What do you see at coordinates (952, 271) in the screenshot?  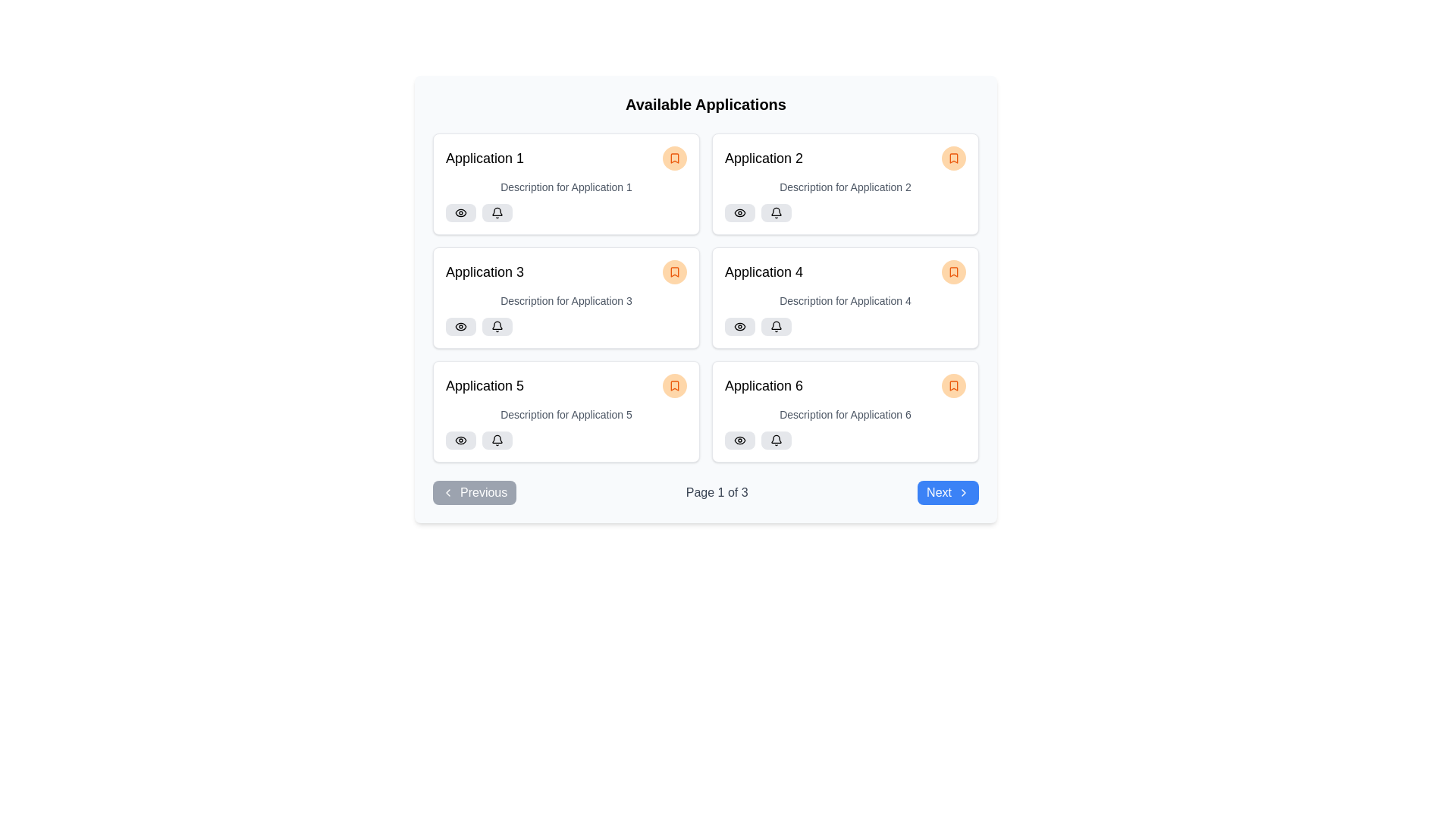 I see `the bookmark button located to the right of the title text 'Application 4'` at bounding box center [952, 271].